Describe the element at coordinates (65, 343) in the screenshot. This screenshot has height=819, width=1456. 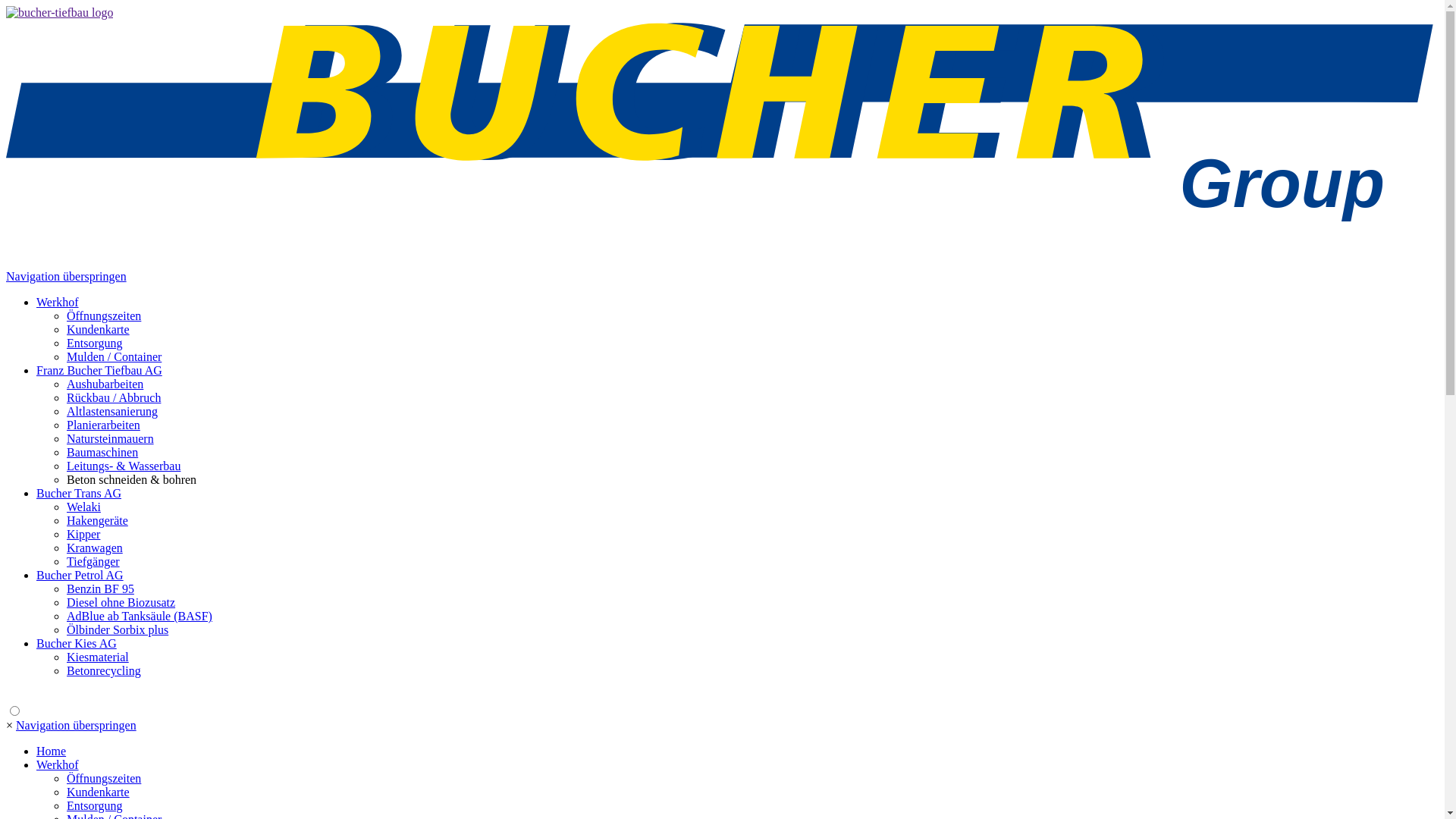
I see `'Entsorgung'` at that location.